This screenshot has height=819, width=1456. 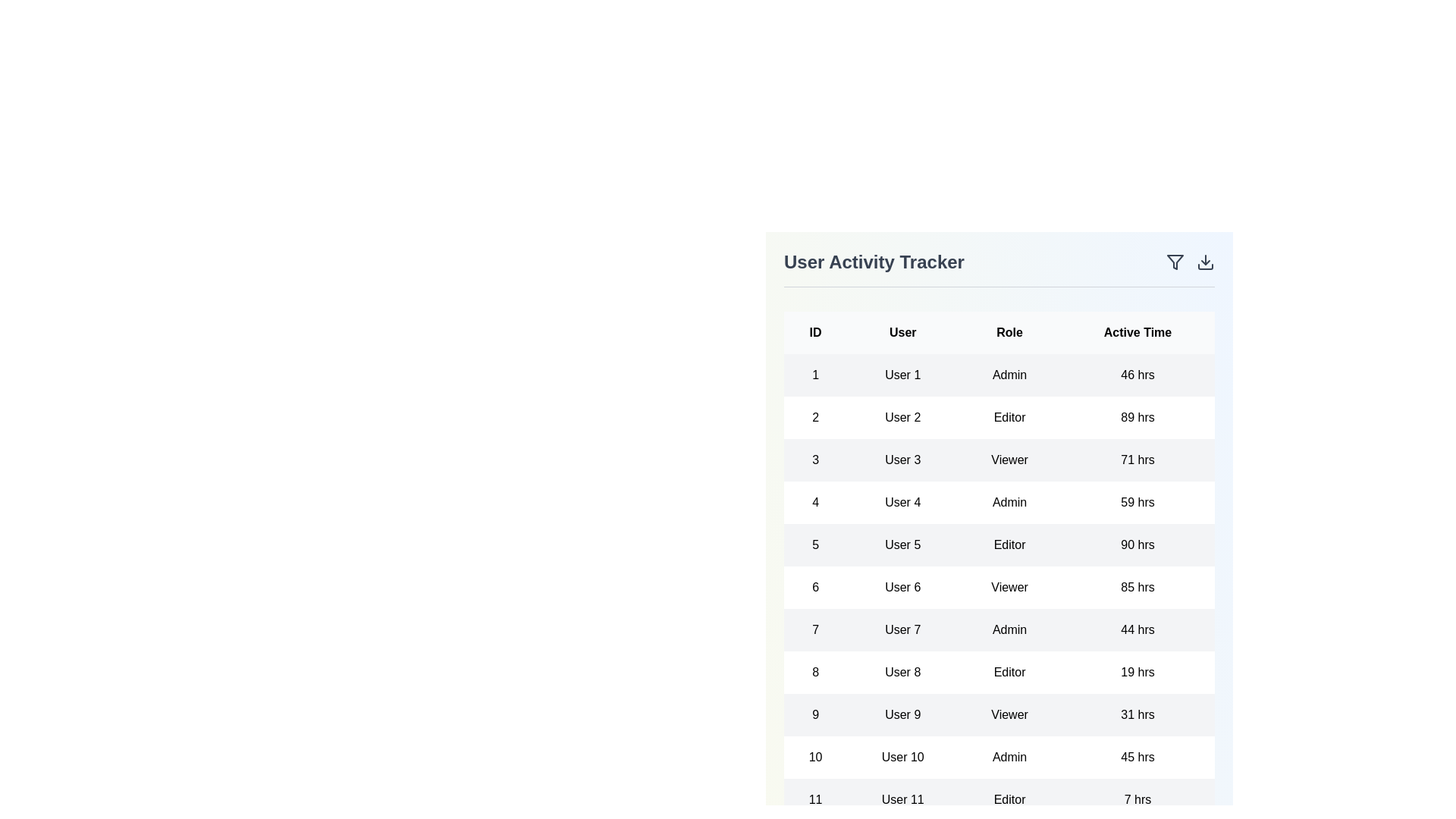 What do you see at coordinates (1204, 262) in the screenshot?
I see `the download icon to initiate data export` at bounding box center [1204, 262].